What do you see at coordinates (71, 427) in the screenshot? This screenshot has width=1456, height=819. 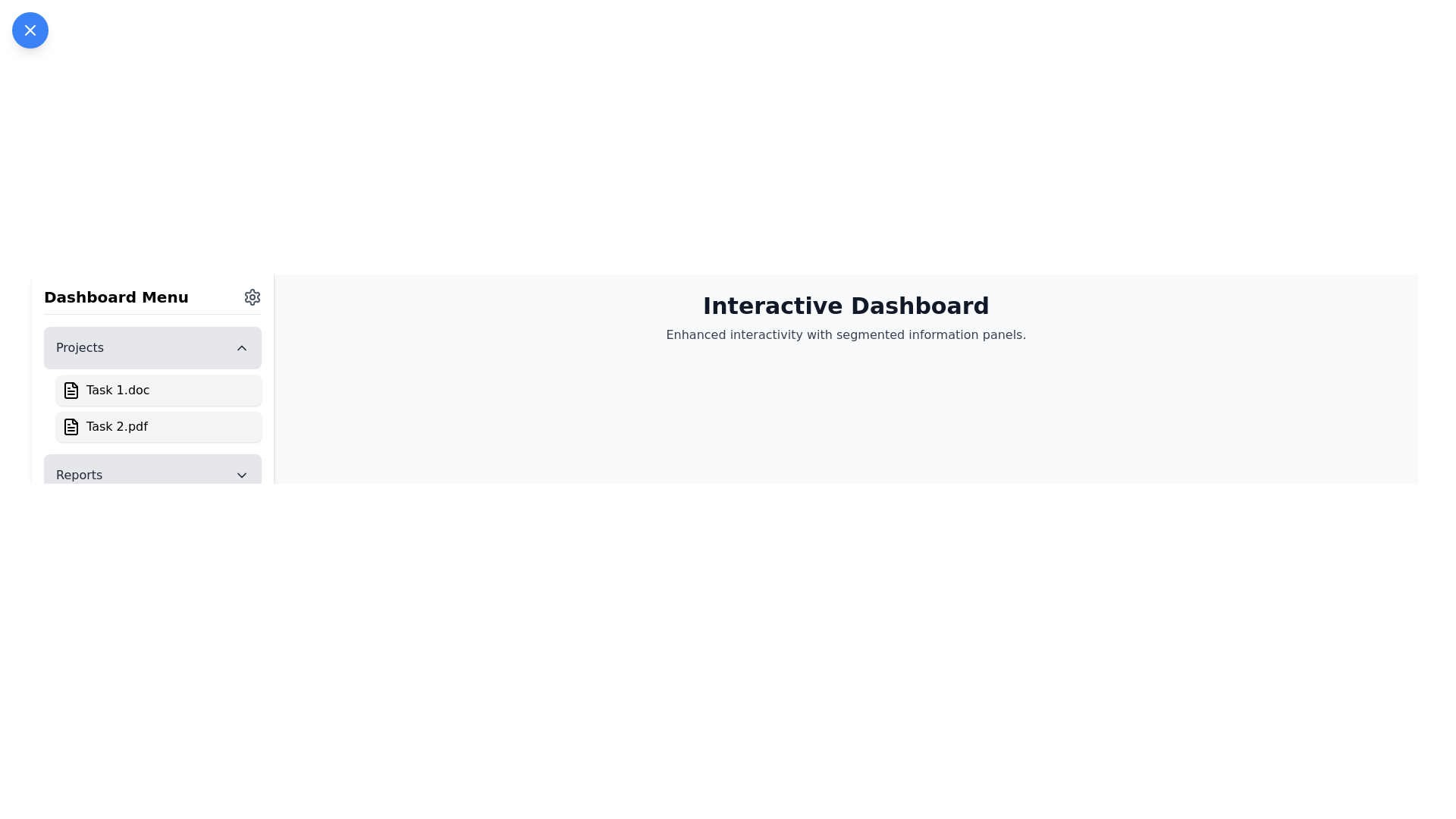 I see `the file document icon located next to the label 'Task 2.pdf' in the 'Projects' category of the dashboard menu for selection` at bounding box center [71, 427].